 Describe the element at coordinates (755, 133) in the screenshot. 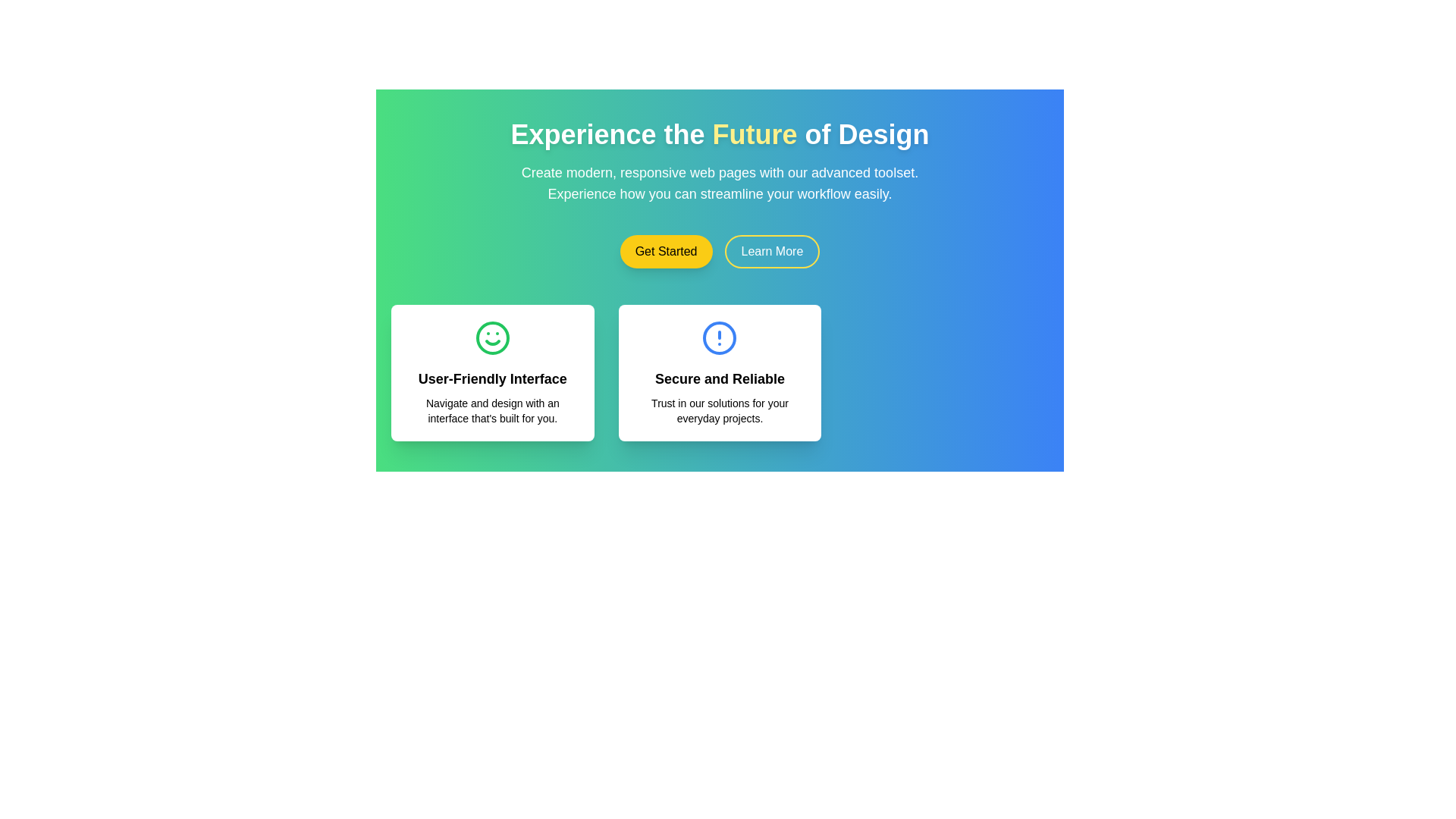

I see `emphasized text element 'Future' within the main heading 'Experience the Future of Design'` at that location.